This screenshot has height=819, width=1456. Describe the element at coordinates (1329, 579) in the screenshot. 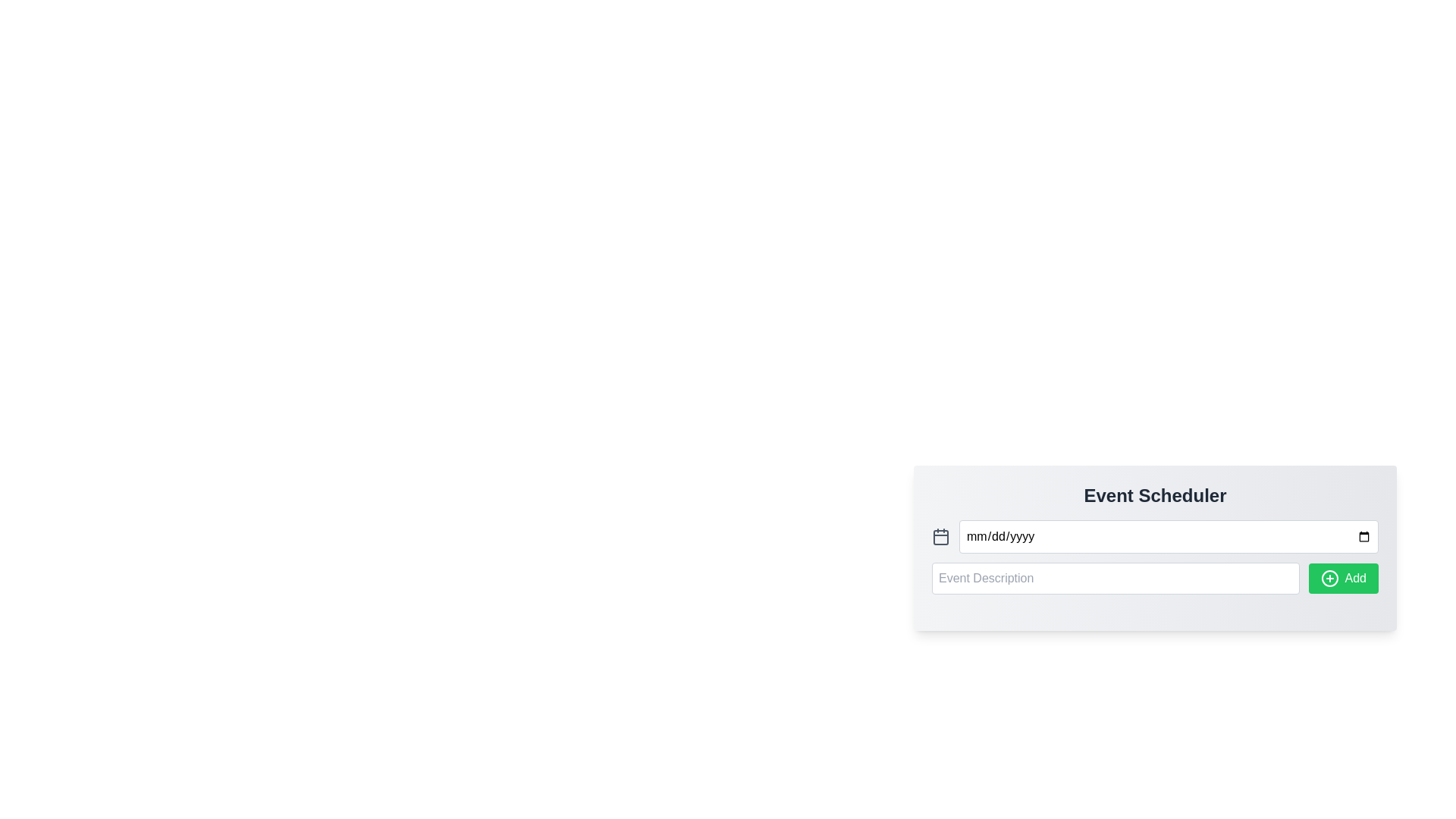

I see `the green SVG circle icon located to the left of the 'Add' button in the event scheduler section` at that location.